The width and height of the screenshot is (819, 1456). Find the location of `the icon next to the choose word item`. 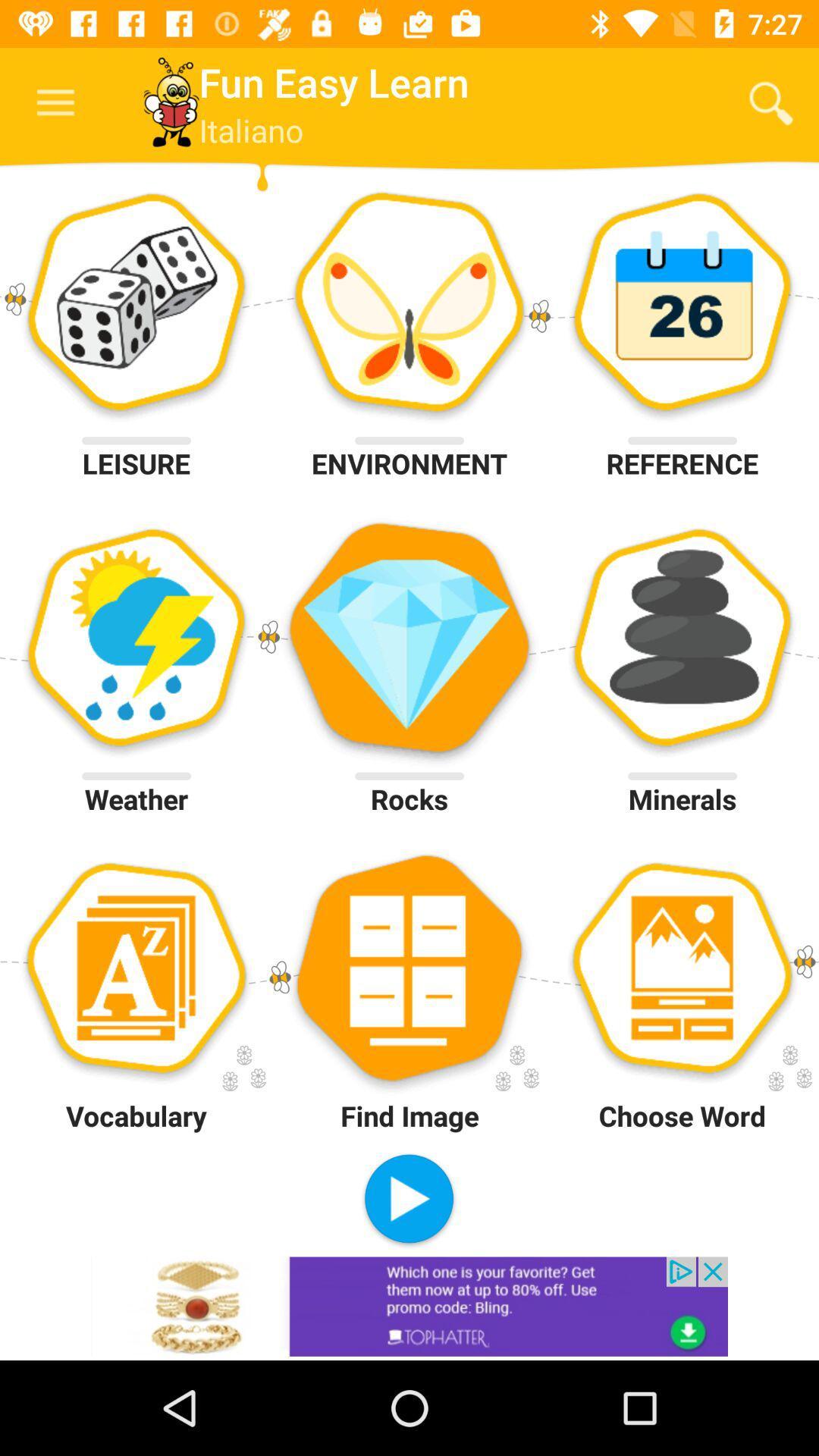

the icon next to the choose word item is located at coordinates (408, 1200).